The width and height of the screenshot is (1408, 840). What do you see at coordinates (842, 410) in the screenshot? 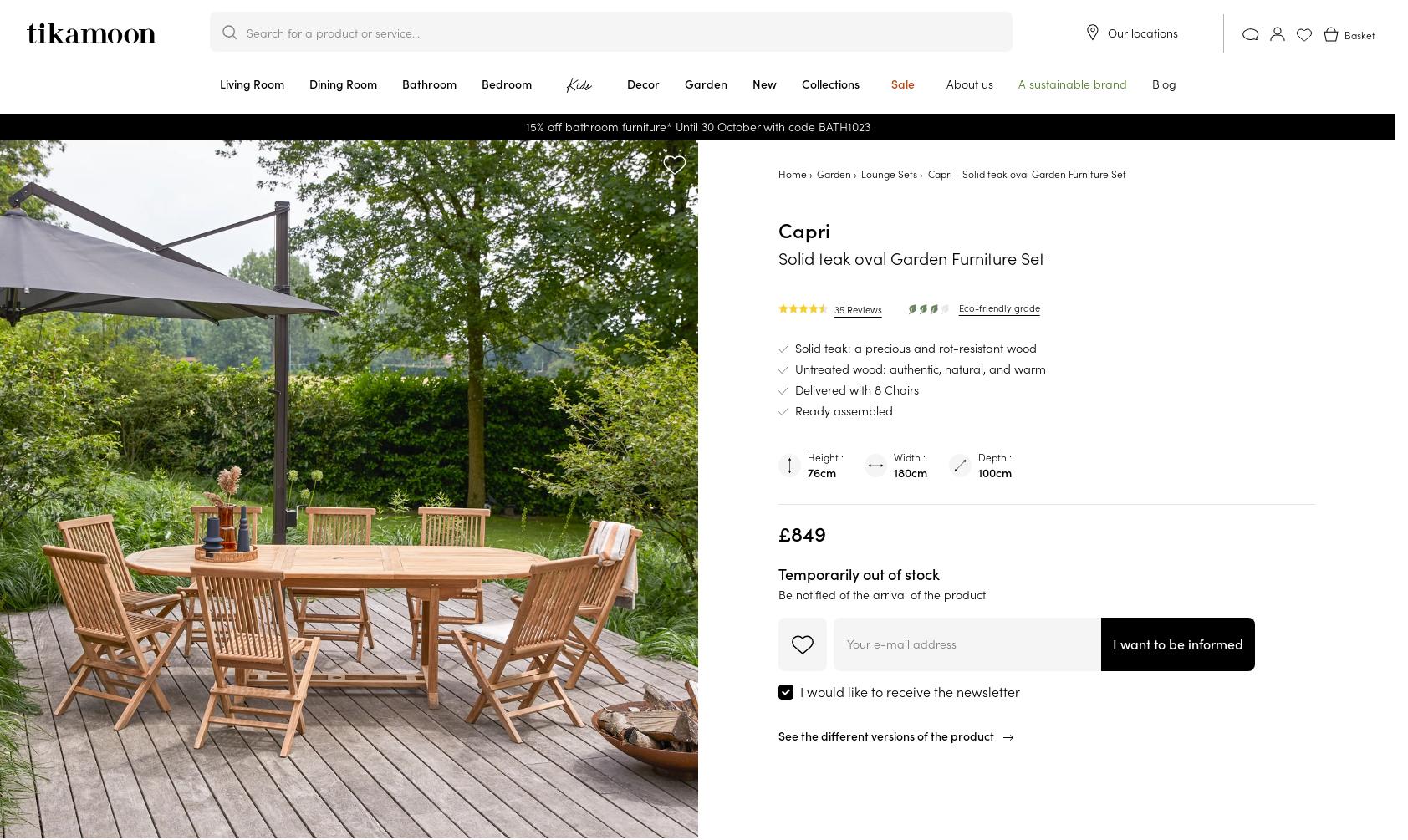
I see `'Ready assembled'` at bounding box center [842, 410].